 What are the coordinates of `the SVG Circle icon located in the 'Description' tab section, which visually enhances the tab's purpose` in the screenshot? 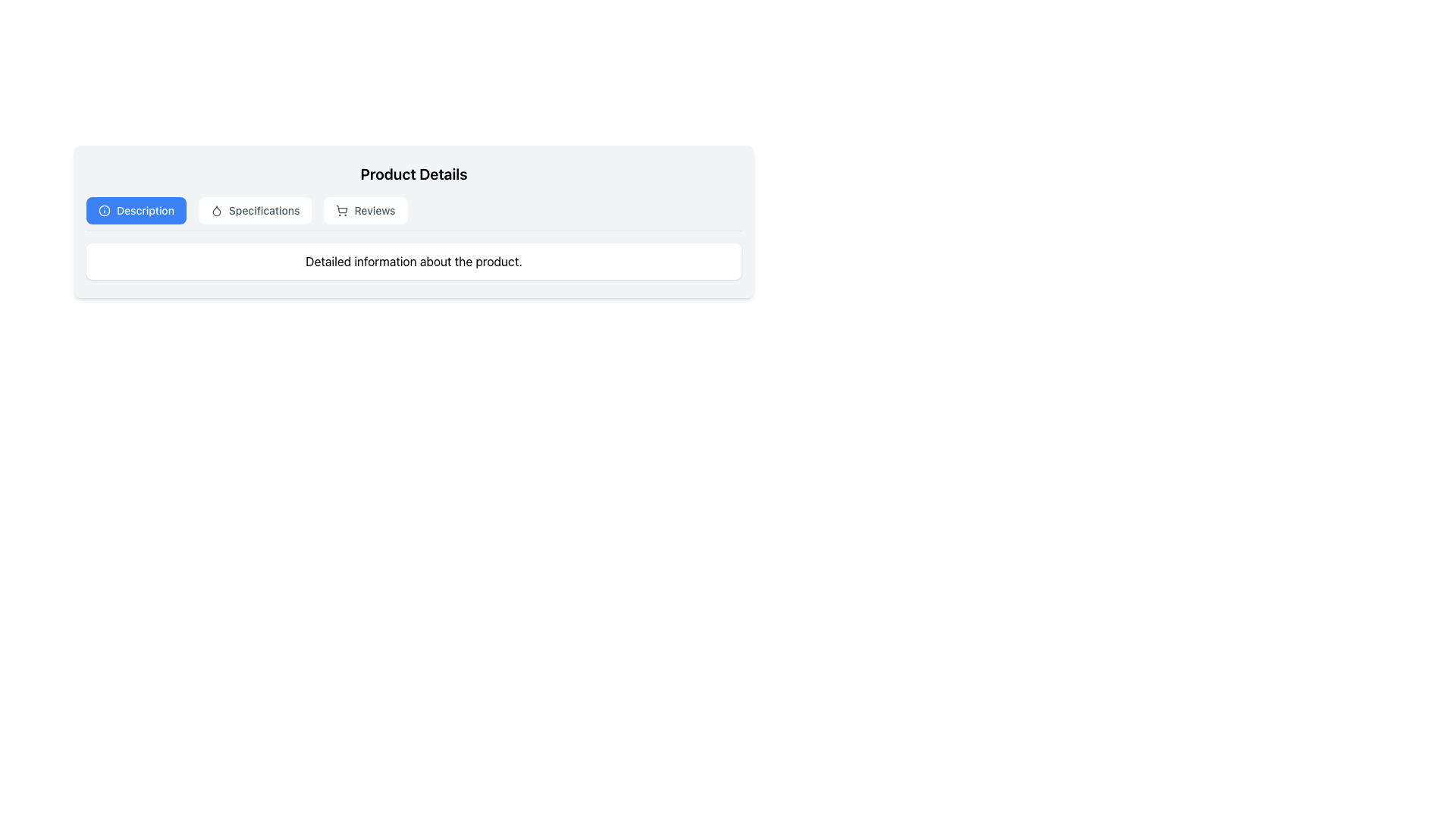 It's located at (104, 210).